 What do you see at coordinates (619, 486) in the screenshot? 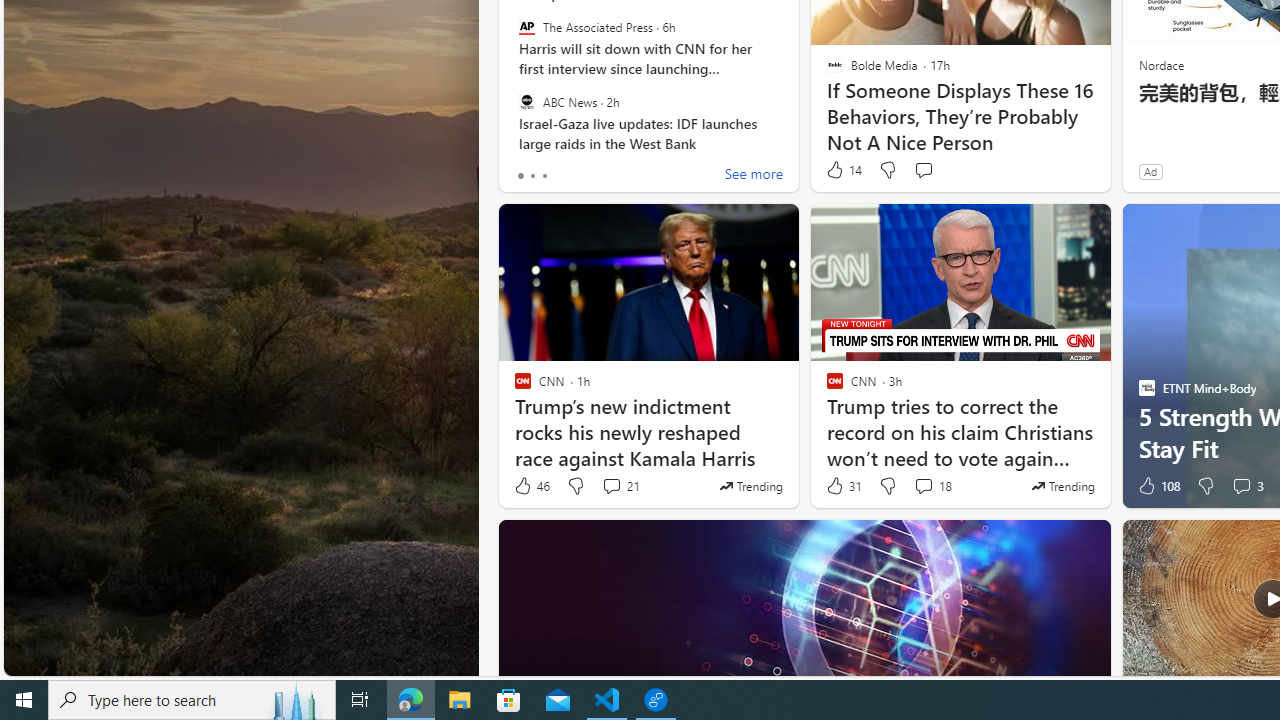
I see `'View comments 21 Comment'` at bounding box center [619, 486].